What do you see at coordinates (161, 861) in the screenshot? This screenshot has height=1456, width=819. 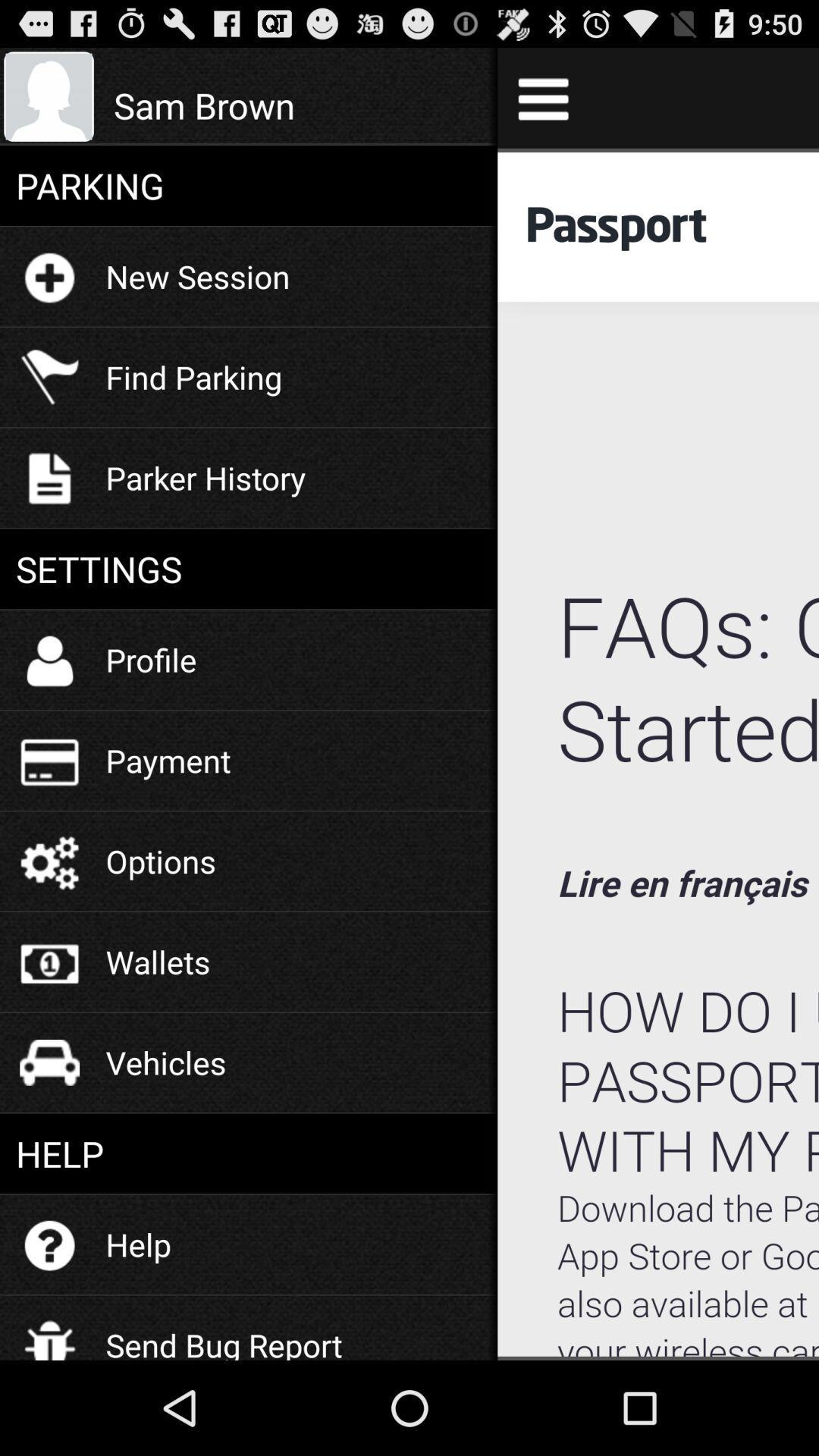 I see `the options` at bounding box center [161, 861].